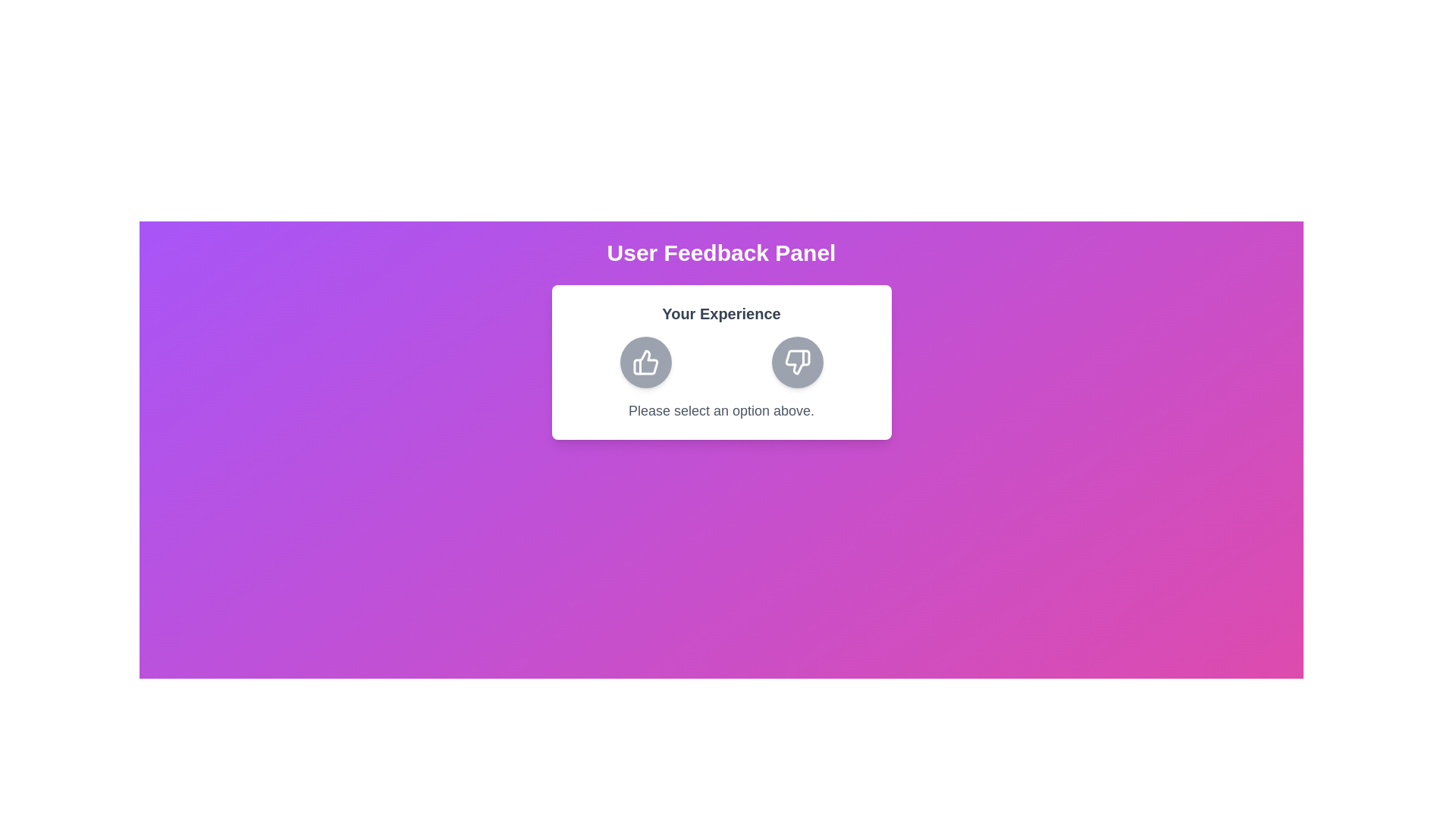 This screenshot has height=819, width=1456. I want to click on the thumbs up button to give positive feedback, so click(645, 362).